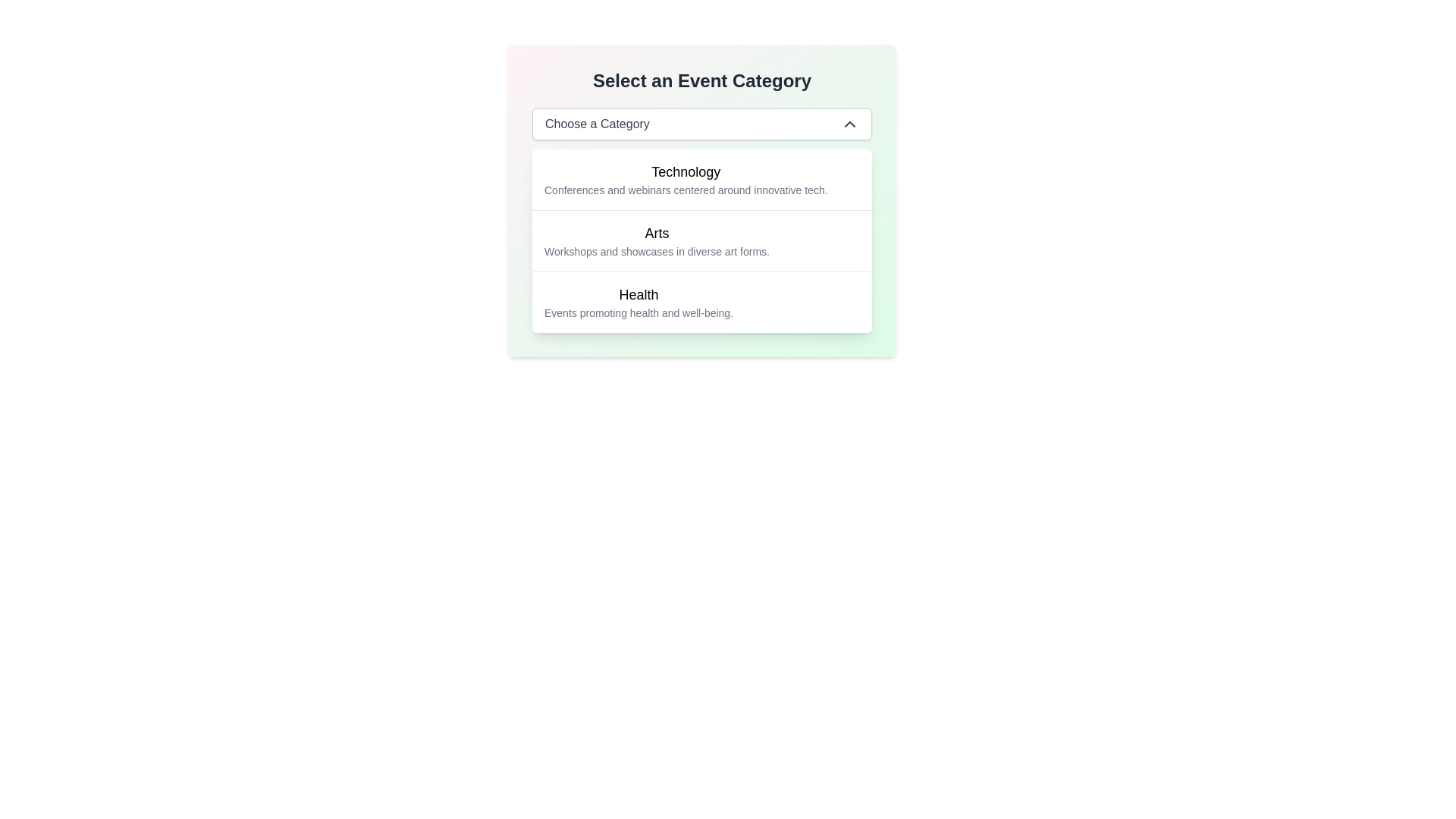 This screenshot has height=819, width=1456. What do you see at coordinates (701, 178) in the screenshot?
I see `the 'Technology' list item option` at bounding box center [701, 178].